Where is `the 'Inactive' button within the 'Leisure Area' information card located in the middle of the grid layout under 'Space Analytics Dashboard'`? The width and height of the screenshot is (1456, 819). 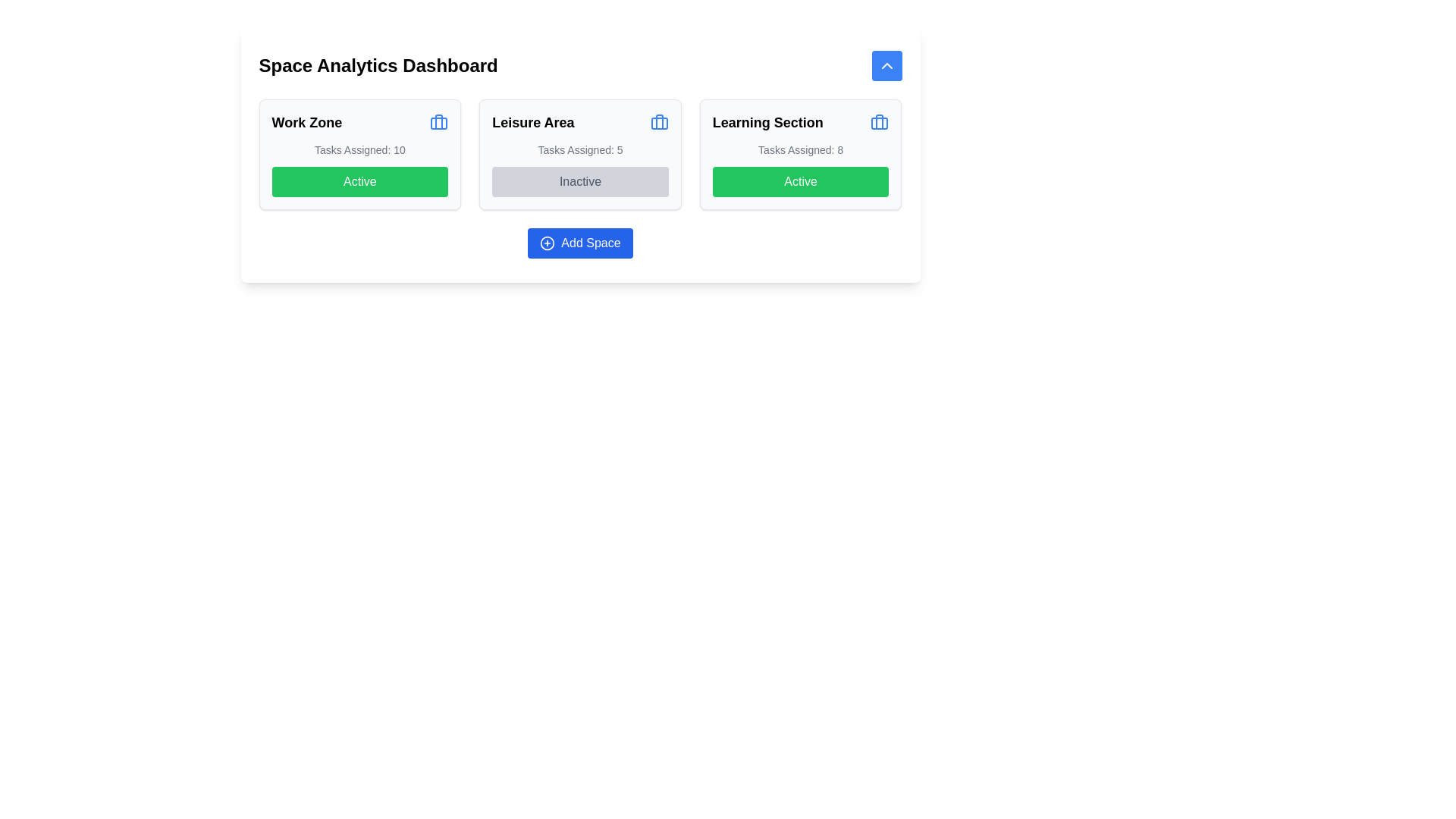 the 'Inactive' button within the 'Leisure Area' information card located in the middle of the grid layout under 'Space Analytics Dashboard' is located at coordinates (579, 155).